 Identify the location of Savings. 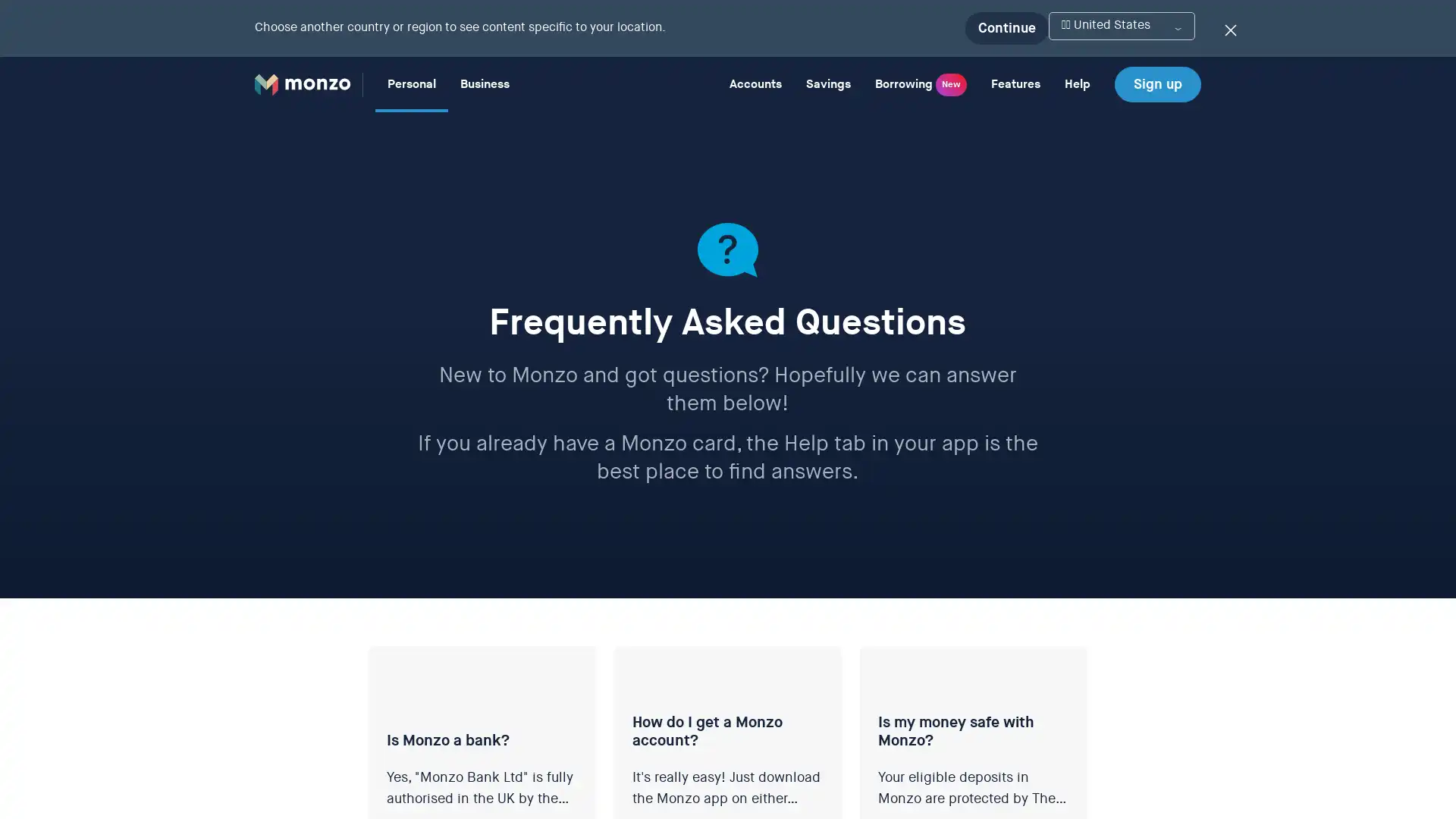
(827, 84).